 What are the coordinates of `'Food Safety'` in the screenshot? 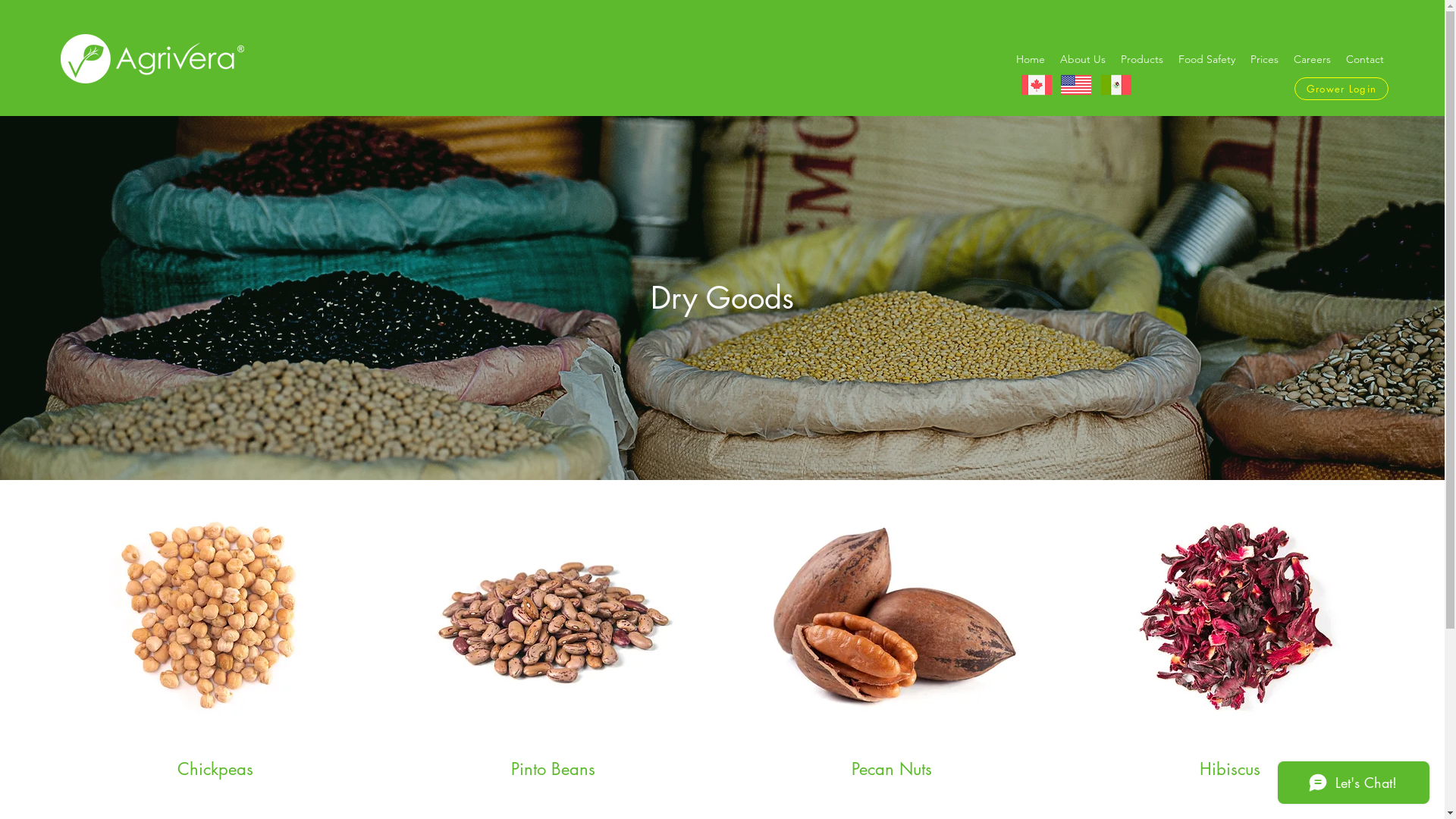 It's located at (1206, 58).